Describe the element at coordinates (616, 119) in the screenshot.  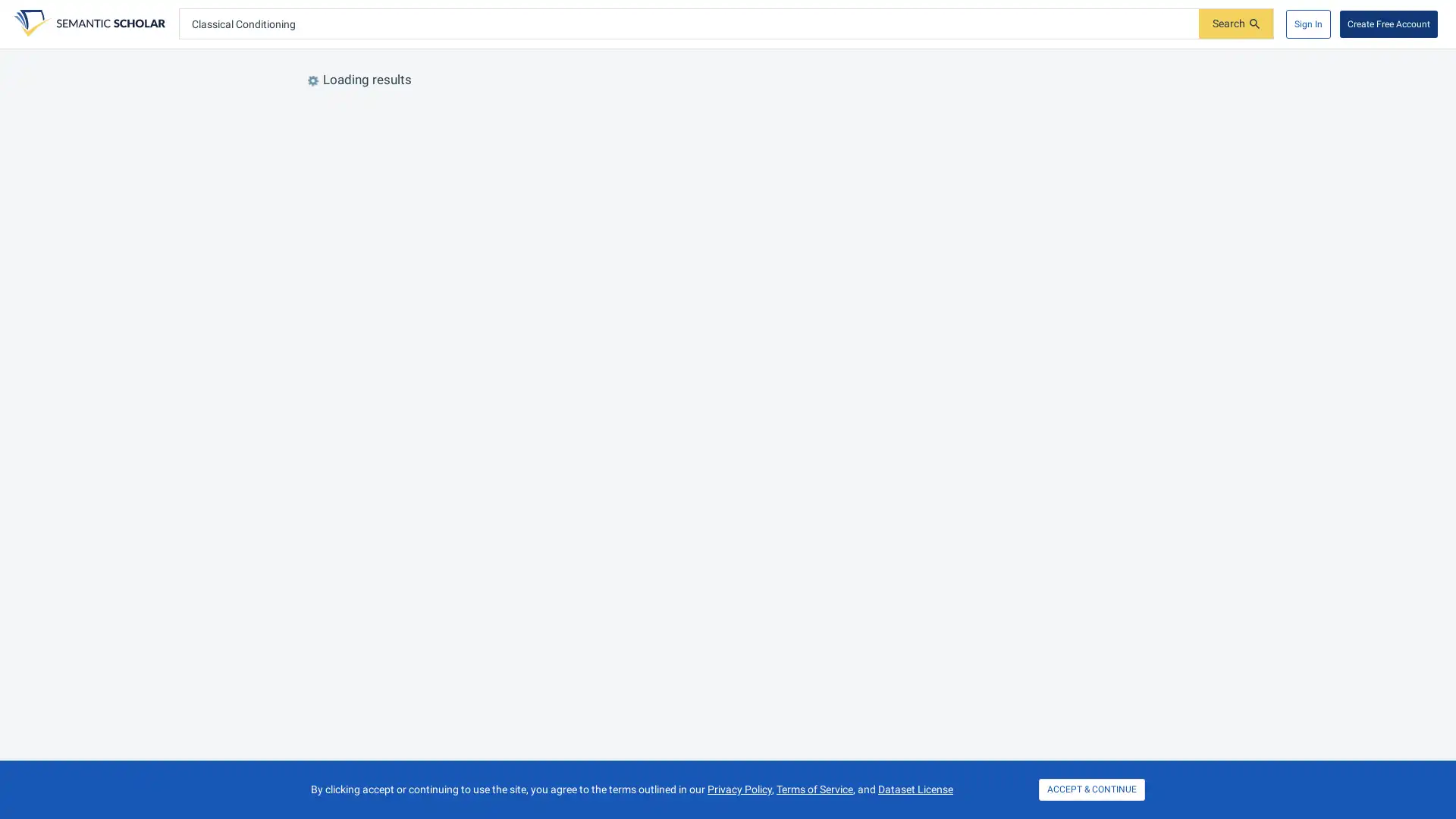
I see `Publication Type` at that location.